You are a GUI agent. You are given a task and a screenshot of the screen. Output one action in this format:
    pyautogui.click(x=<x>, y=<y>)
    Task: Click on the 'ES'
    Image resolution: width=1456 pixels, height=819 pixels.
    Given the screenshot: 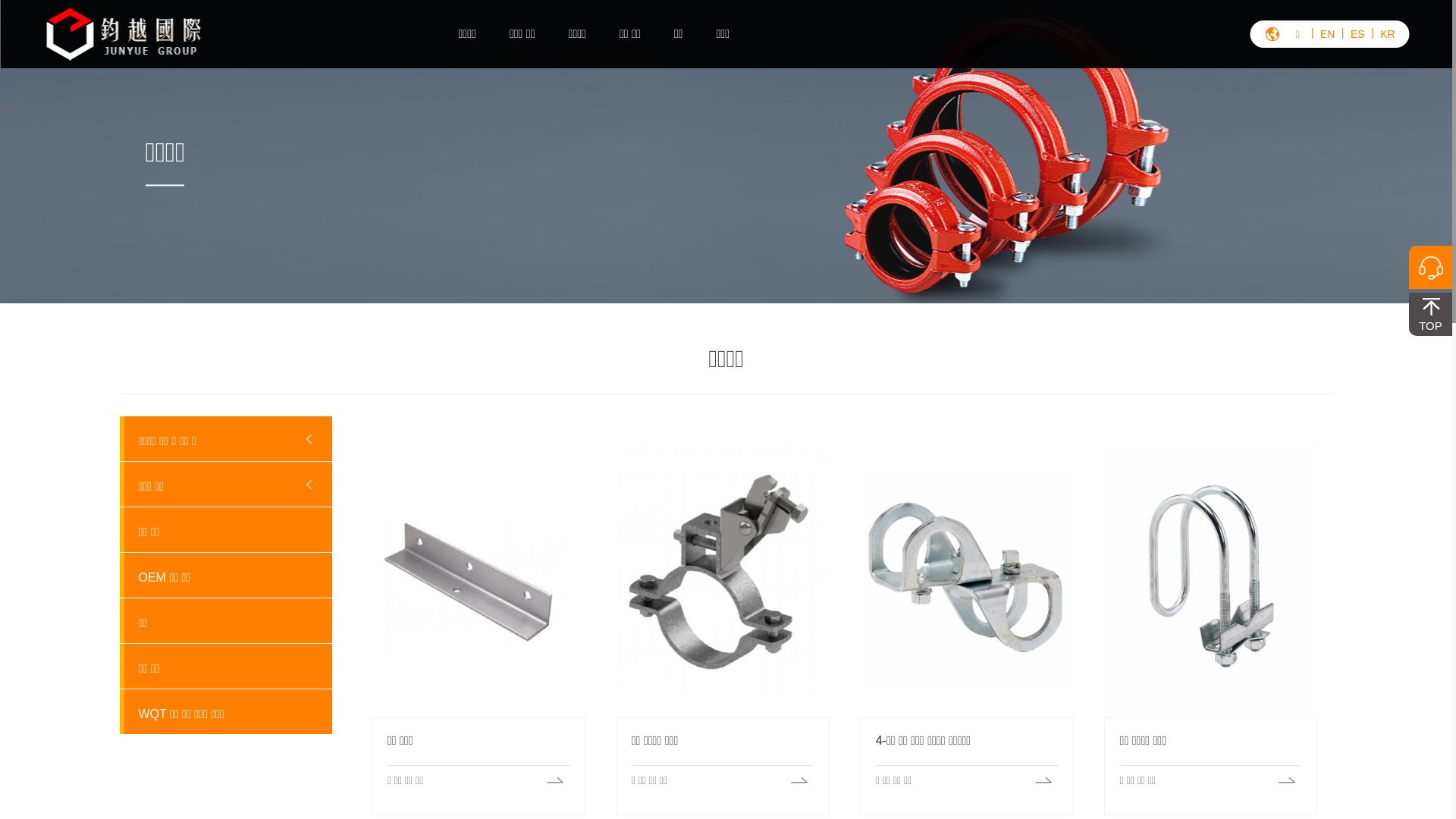 What is the action you would take?
    pyautogui.click(x=1357, y=34)
    